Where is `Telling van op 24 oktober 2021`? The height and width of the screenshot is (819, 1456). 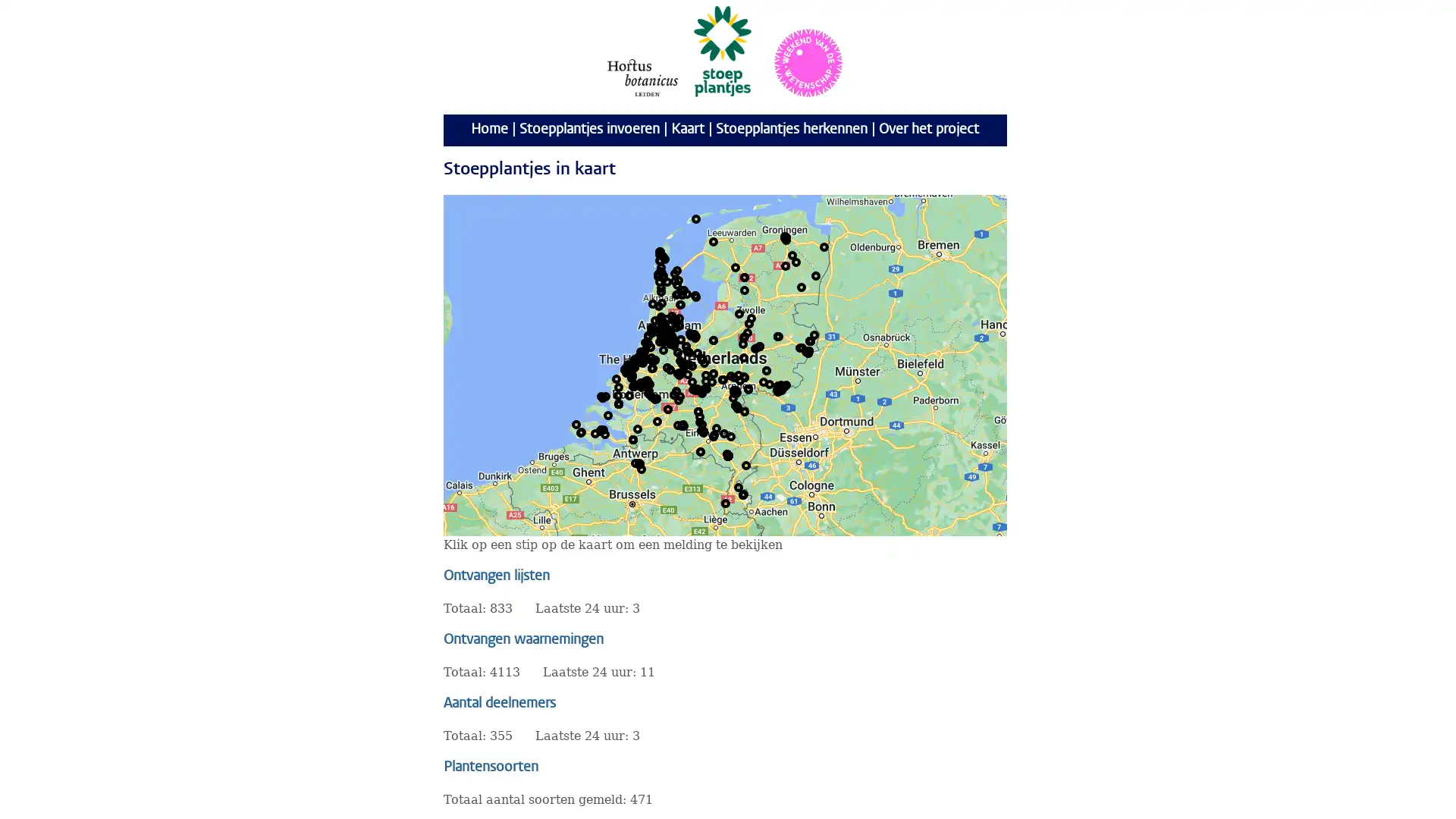 Telling van op 24 oktober 2021 is located at coordinates (785, 237).